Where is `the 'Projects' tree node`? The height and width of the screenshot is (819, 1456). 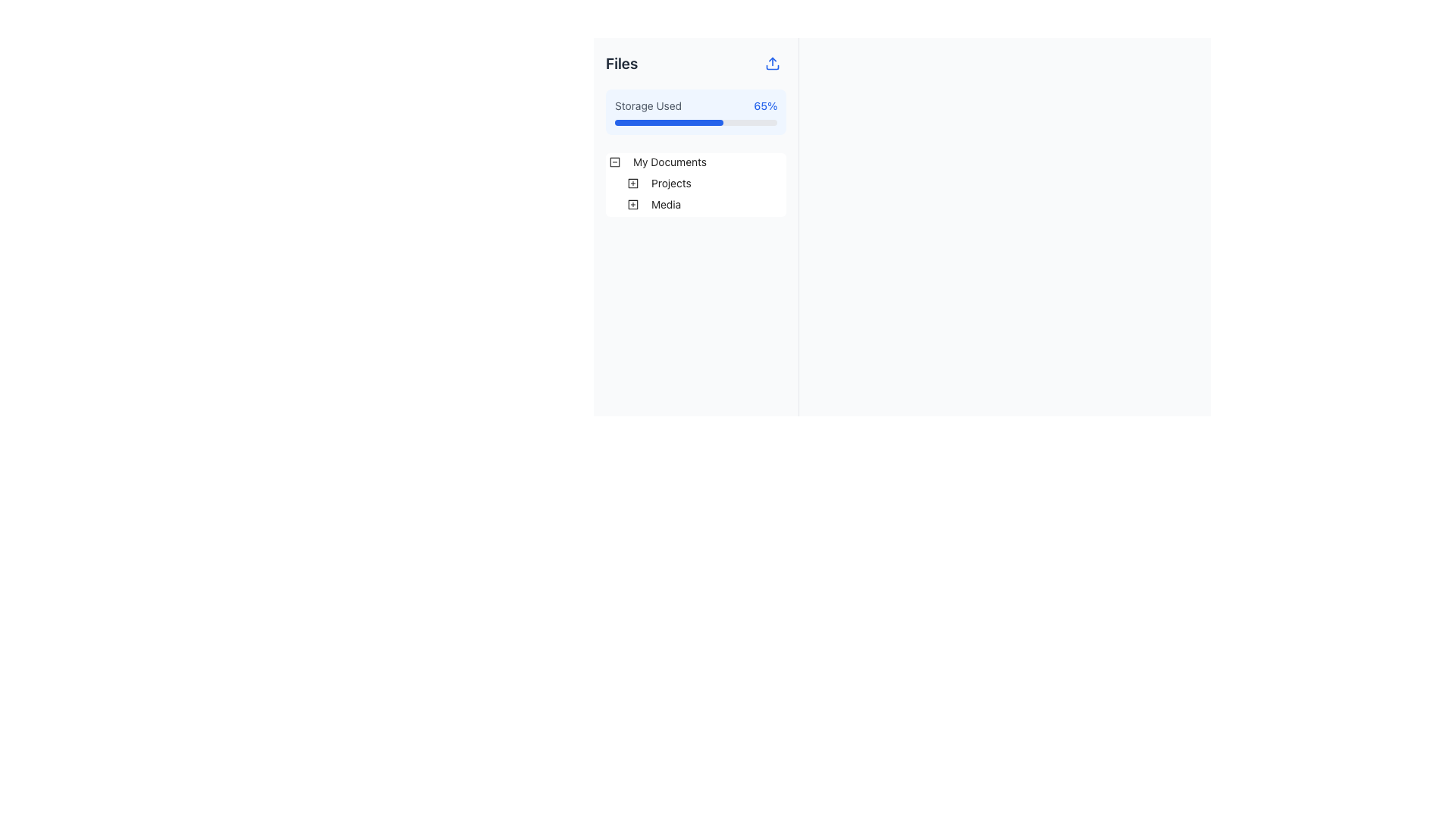
the 'Projects' tree node is located at coordinates (670, 183).